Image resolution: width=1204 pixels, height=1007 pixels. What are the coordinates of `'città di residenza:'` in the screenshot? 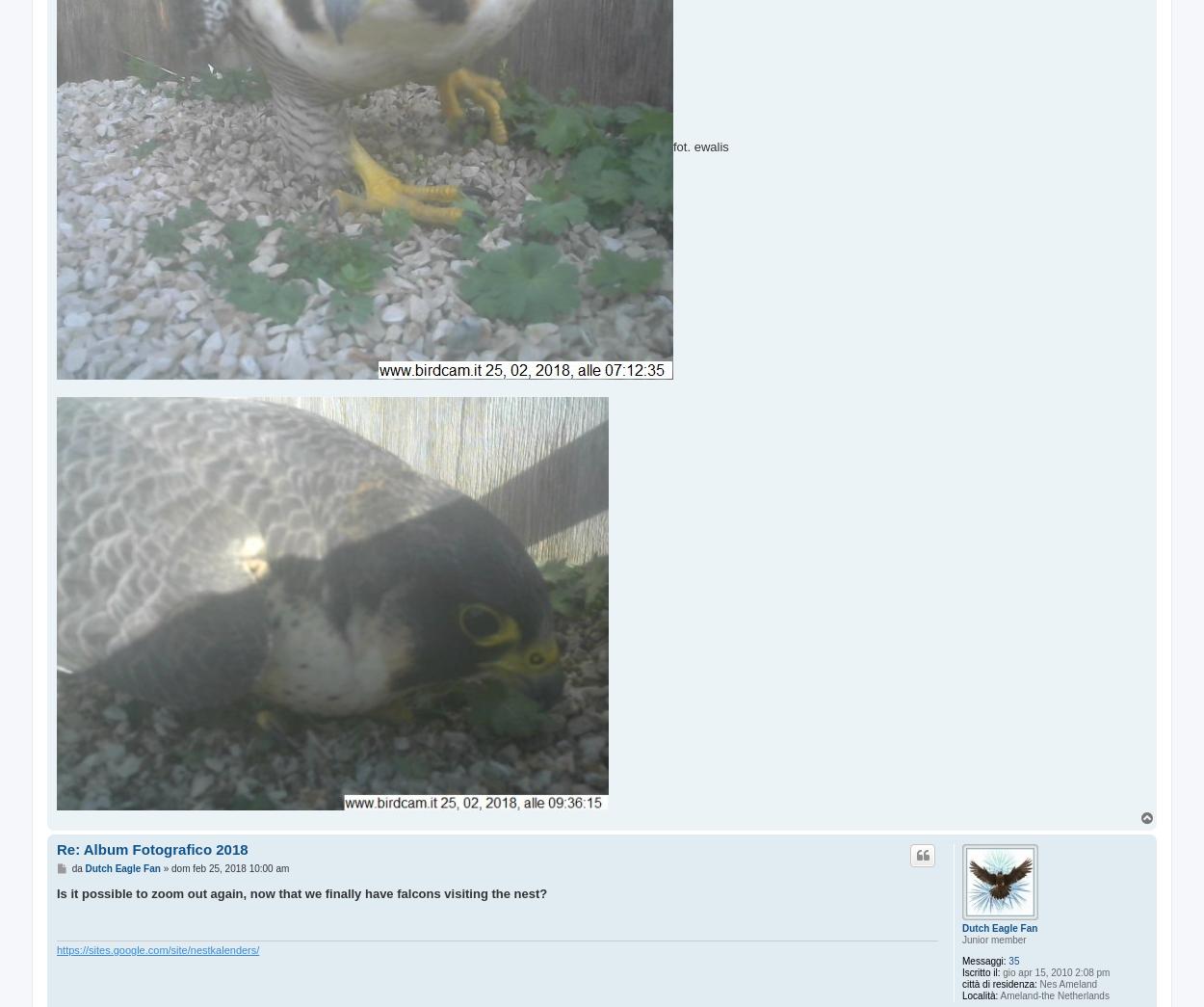 It's located at (999, 984).